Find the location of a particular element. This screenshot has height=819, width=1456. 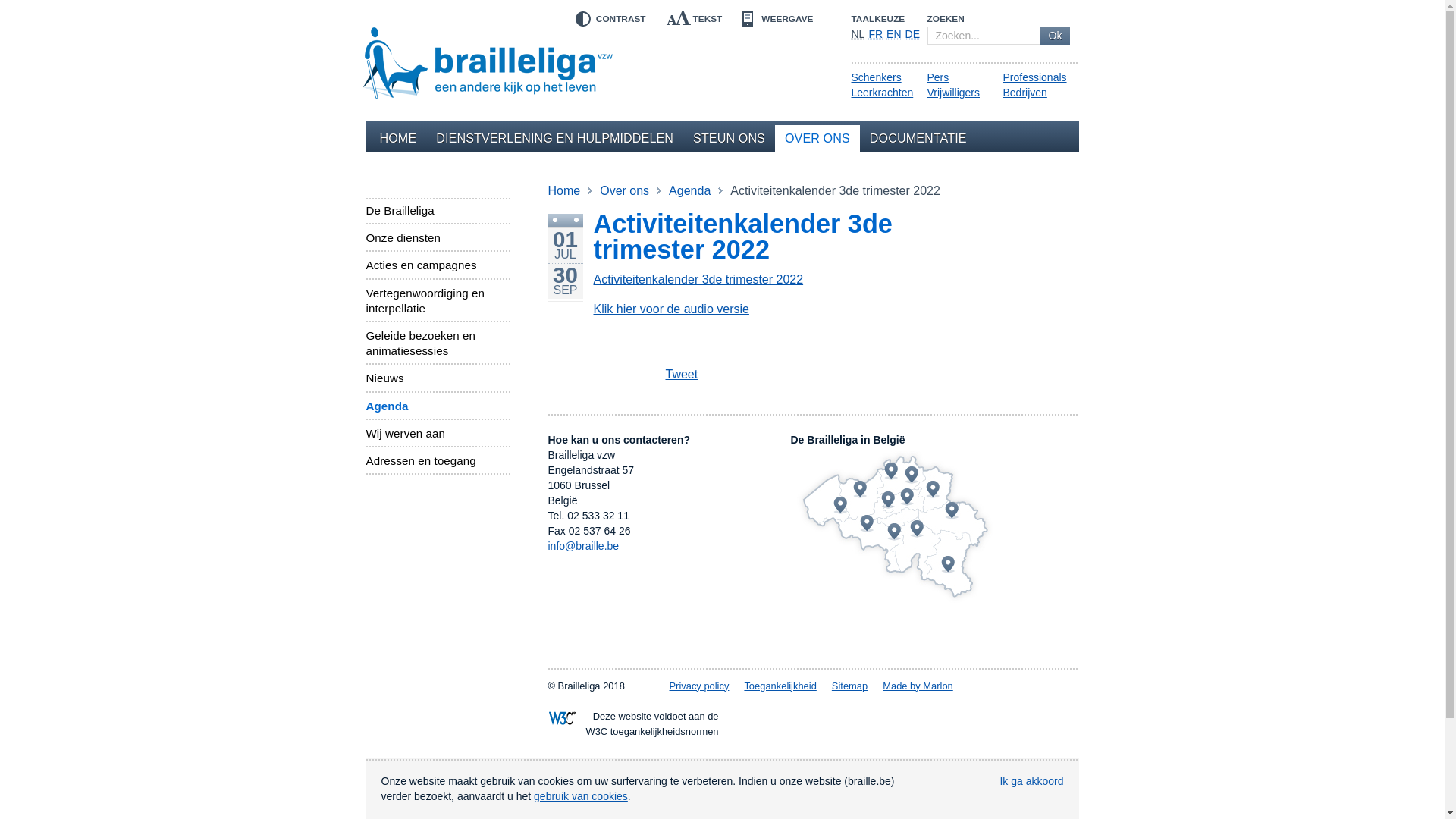

'HOME' is located at coordinates (370, 138).